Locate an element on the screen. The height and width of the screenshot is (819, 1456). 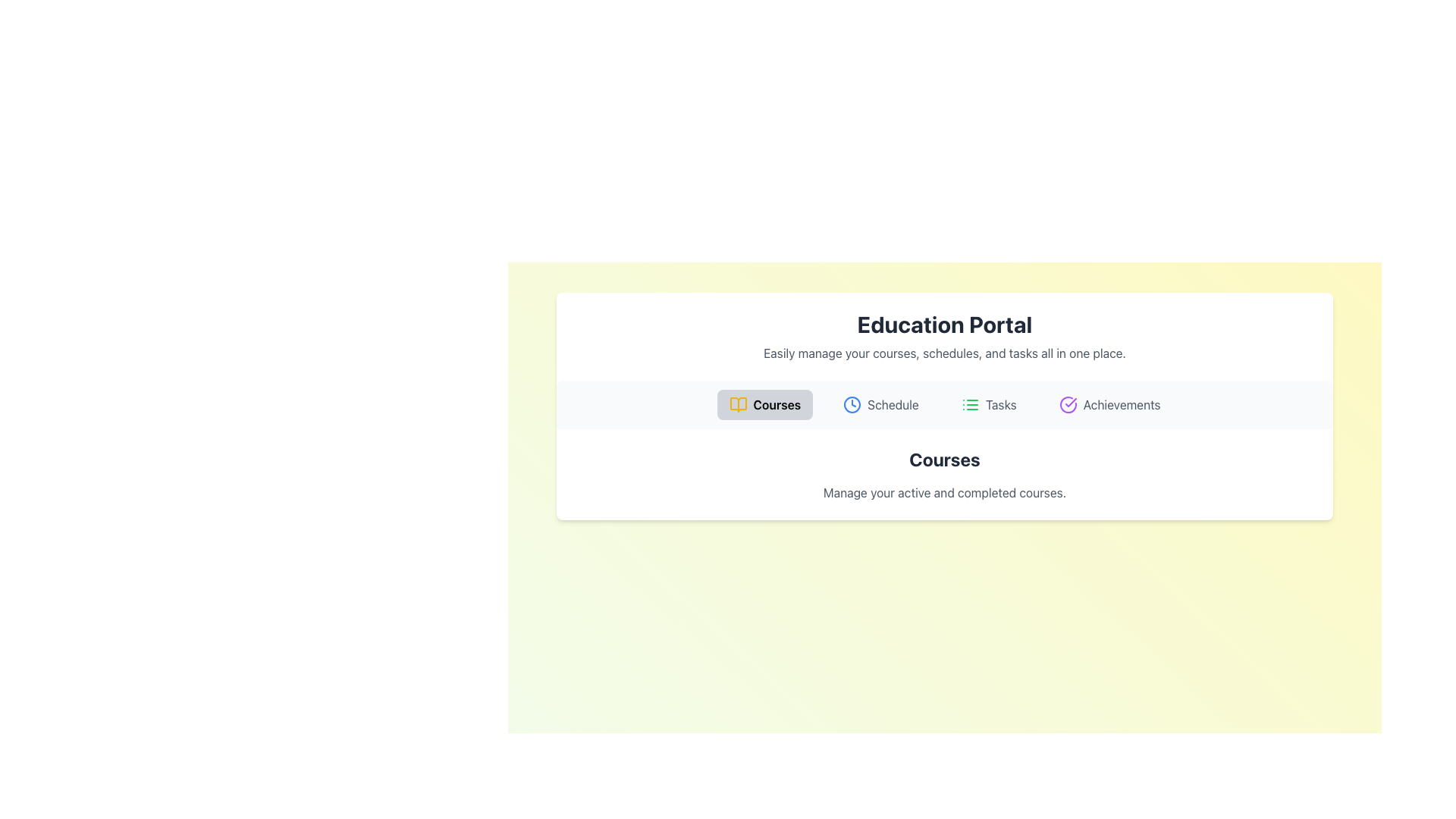
the 'Tasks' button, which is the third button in the navigation bar below the 'Education Portal' heading is located at coordinates (989, 403).